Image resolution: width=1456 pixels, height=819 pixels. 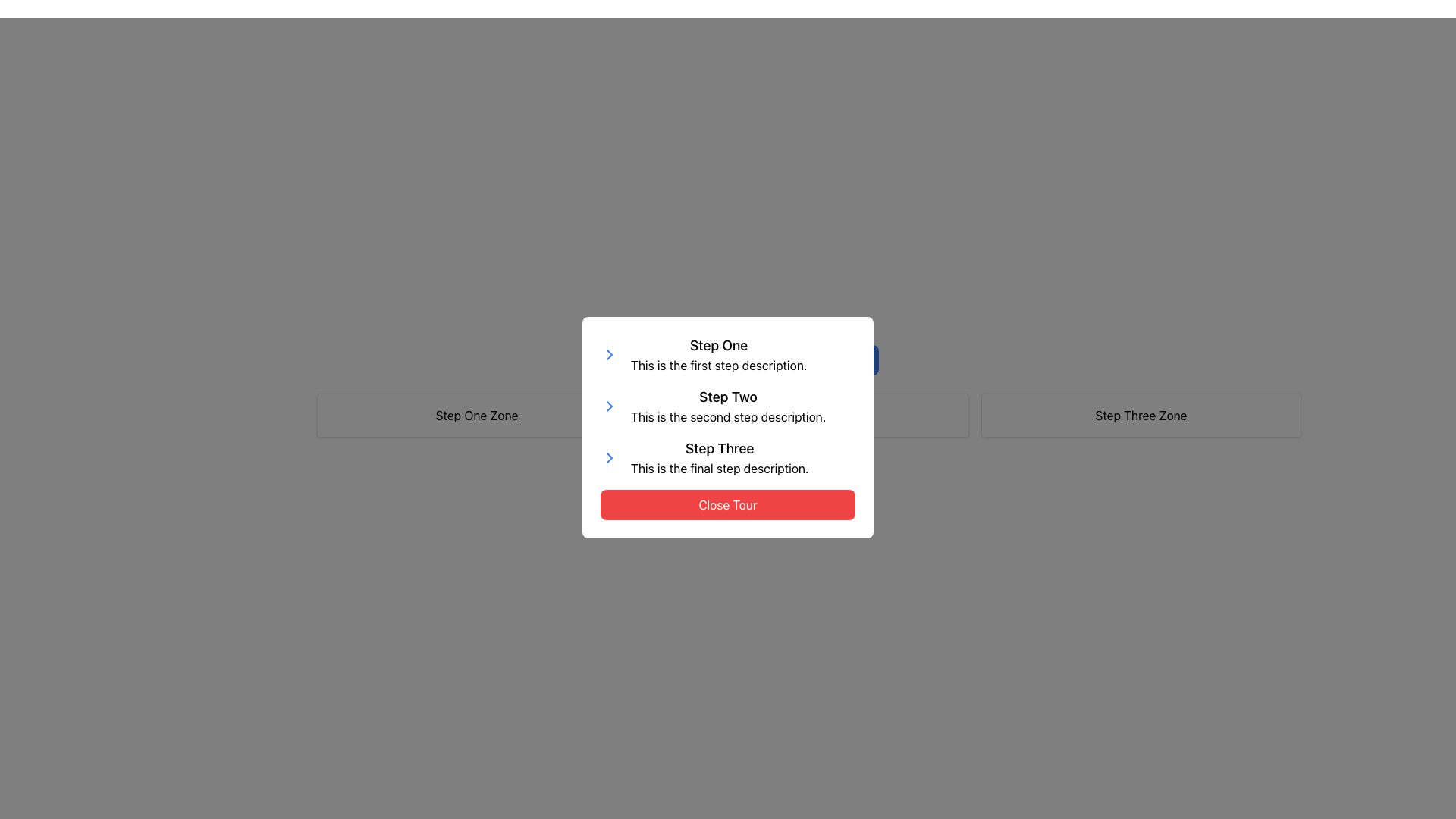 I want to click on the visual cue icon for 'Step Three' located at the far left of the row, so click(x=610, y=457).